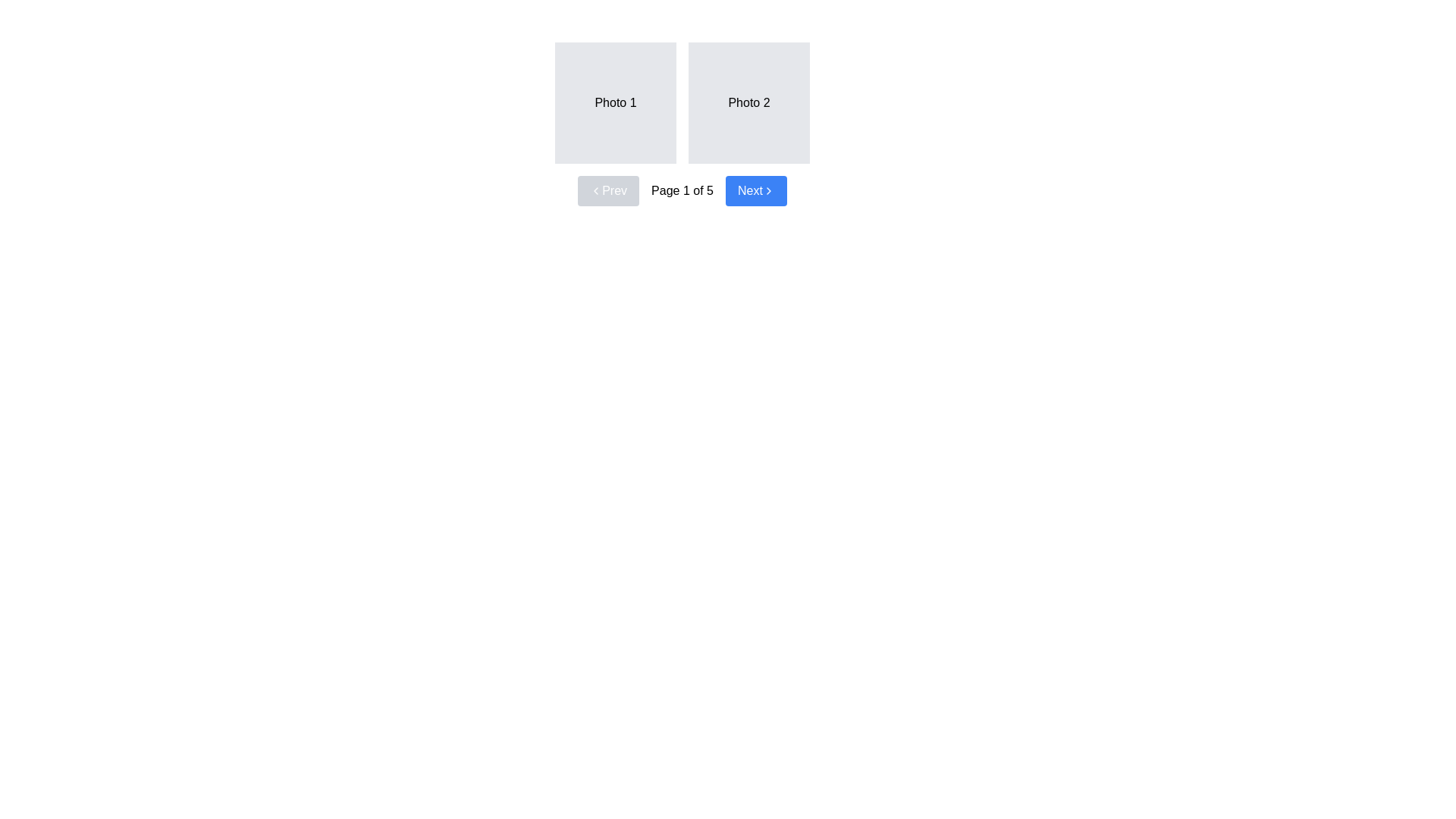 The image size is (1456, 819). I want to click on the 'Photo 1' image placeholder box, which is a light gray square with centered text, so click(615, 102).